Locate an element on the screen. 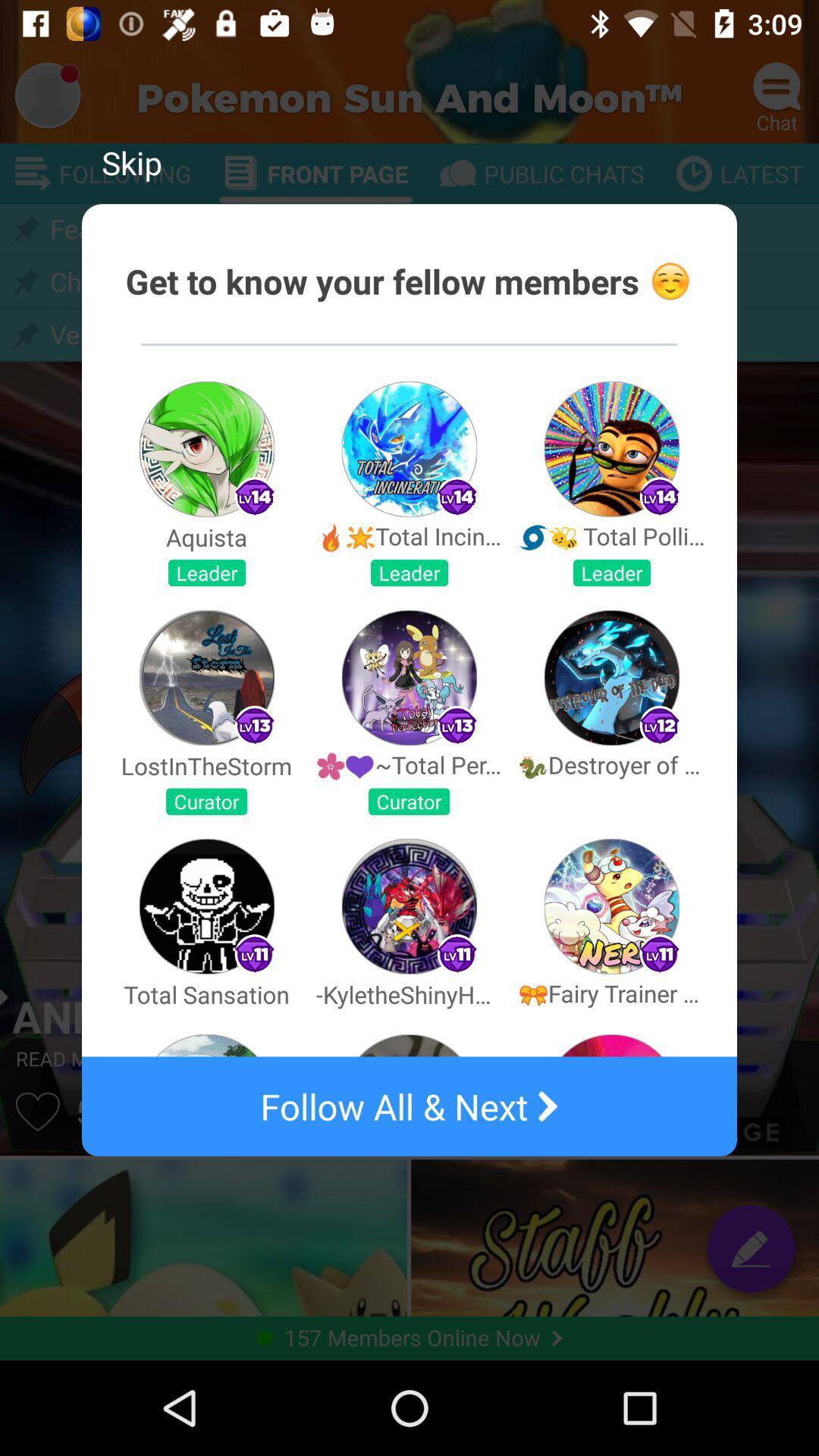 The width and height of the screenshot is (819, 1456). skip is located at coordinates (130, 162).